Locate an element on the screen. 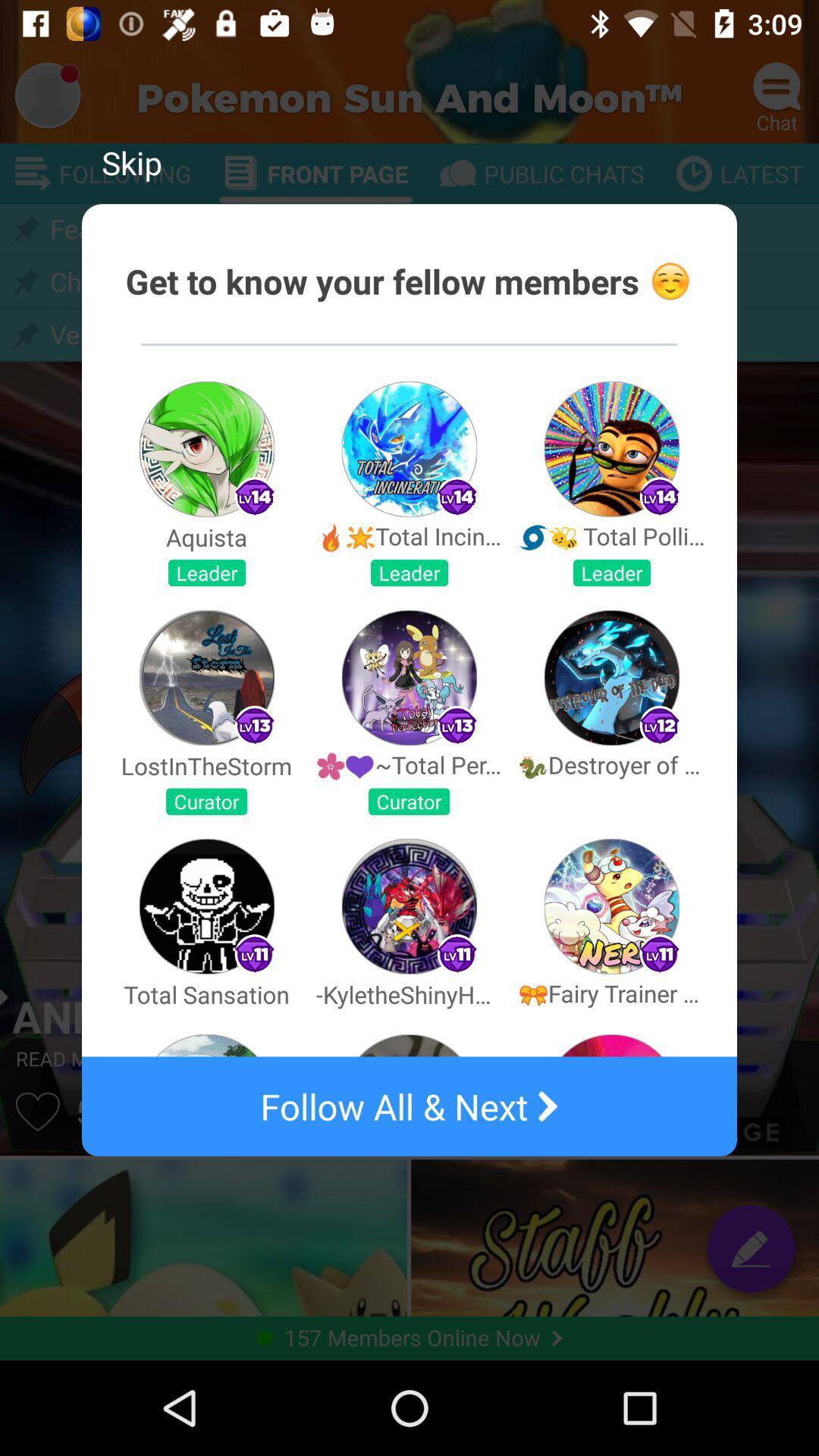 The width and height of the screenshot is (819, 1456). skip is located at coordinates (130, 162).